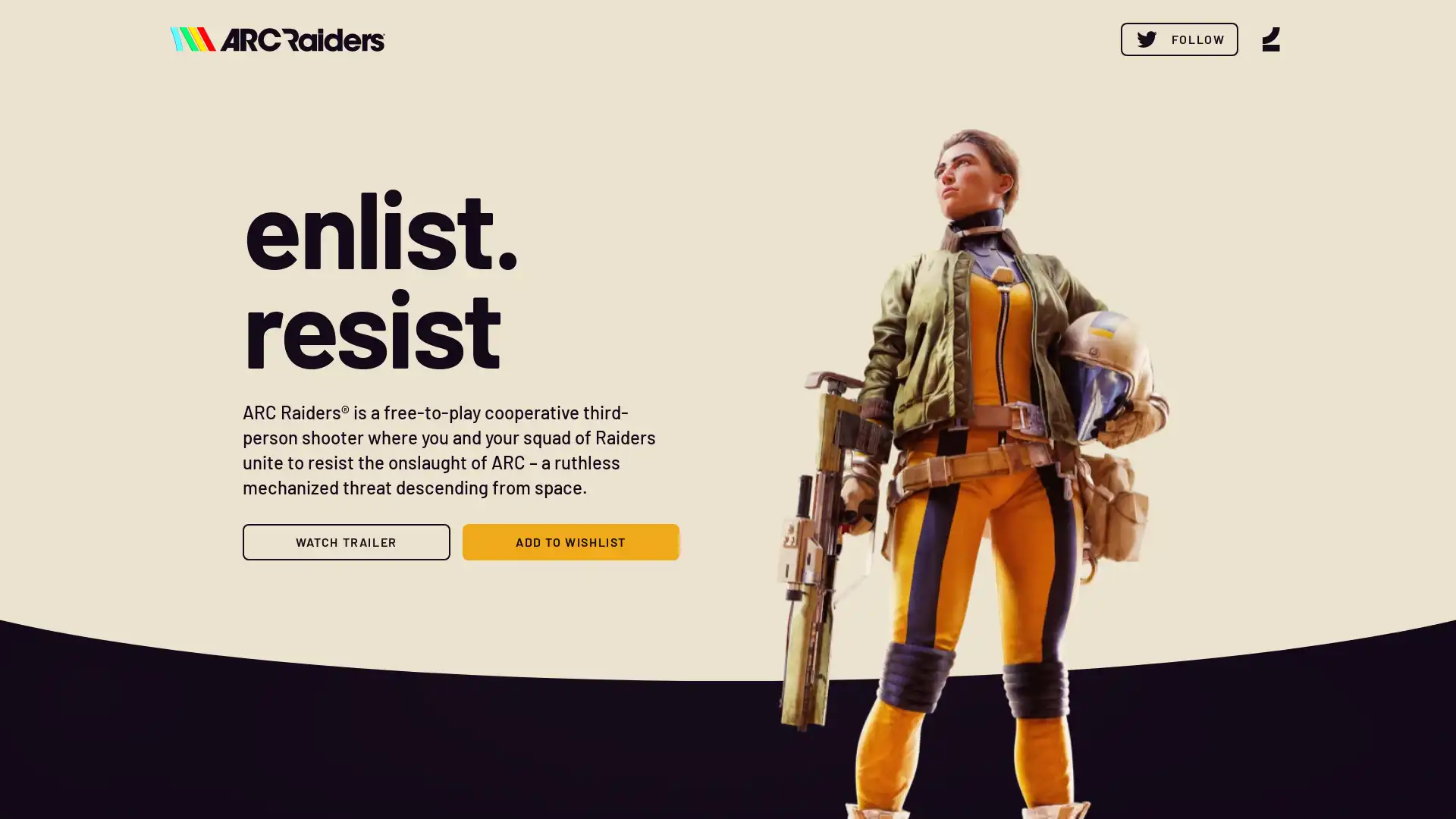  I want to click on WATCH TRAILER, so click(345, 540).